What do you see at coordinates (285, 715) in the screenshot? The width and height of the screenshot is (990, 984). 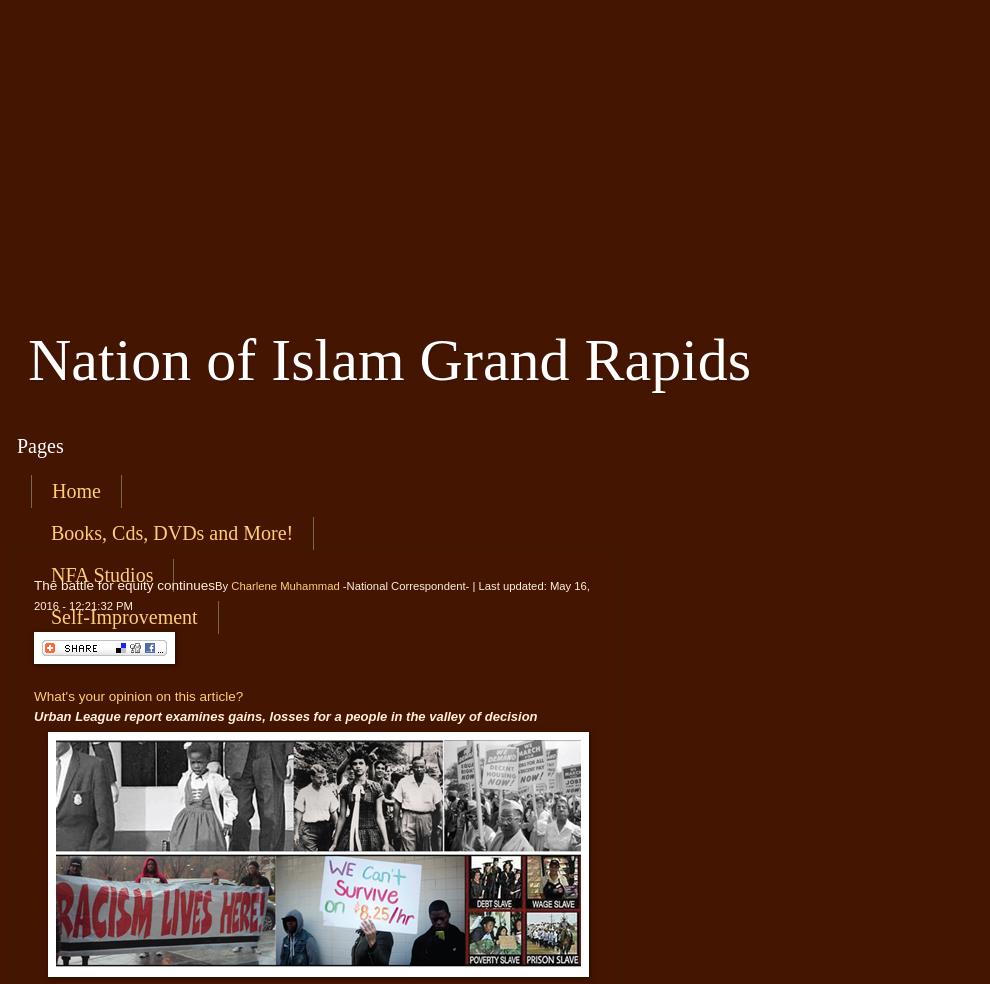 I see `'Urban League report examines gains, losses for a people in the valley of decision'` at bounding box center [285, 715].